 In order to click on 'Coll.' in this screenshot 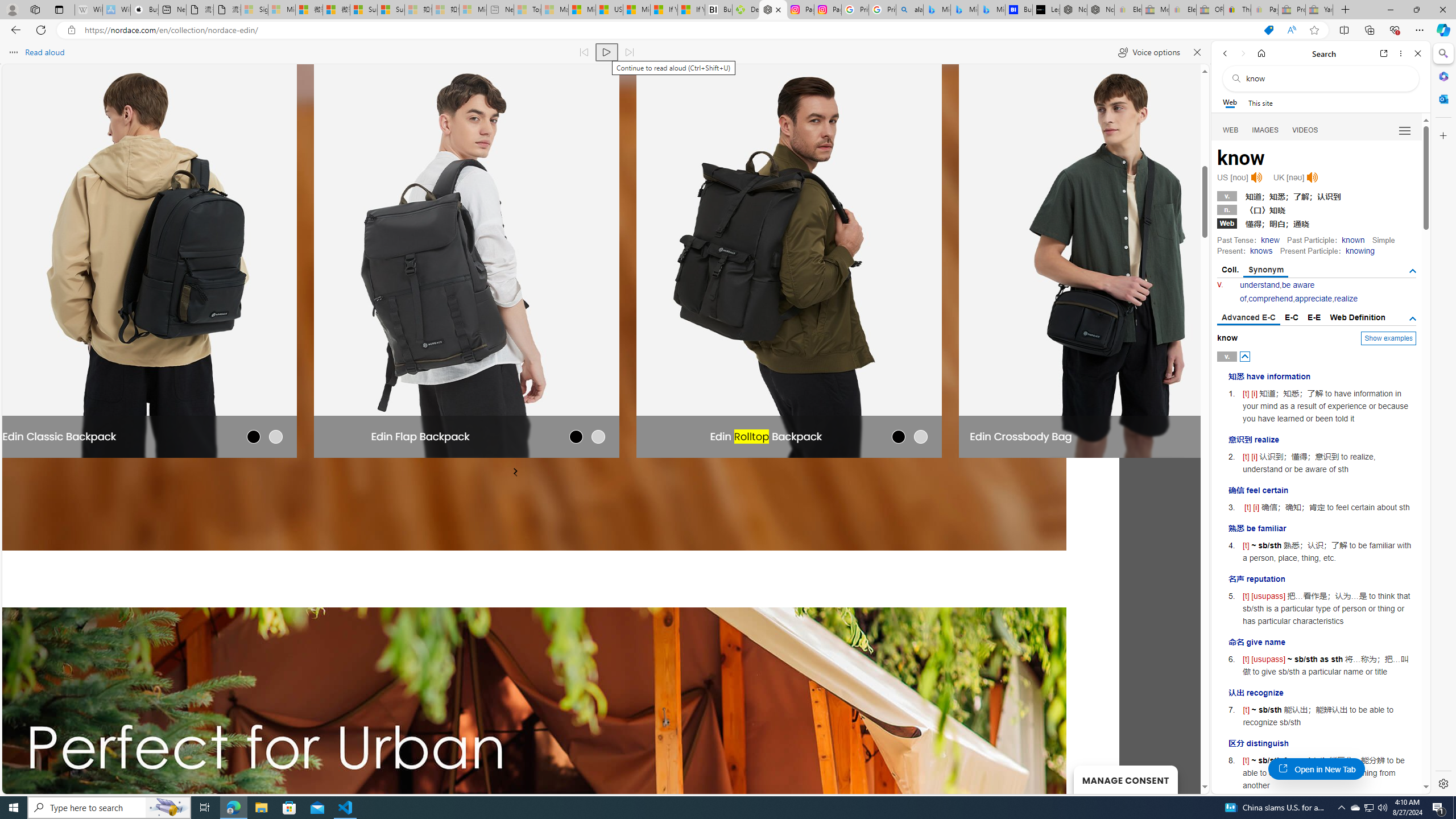, I will do `click(1230, 270)`.